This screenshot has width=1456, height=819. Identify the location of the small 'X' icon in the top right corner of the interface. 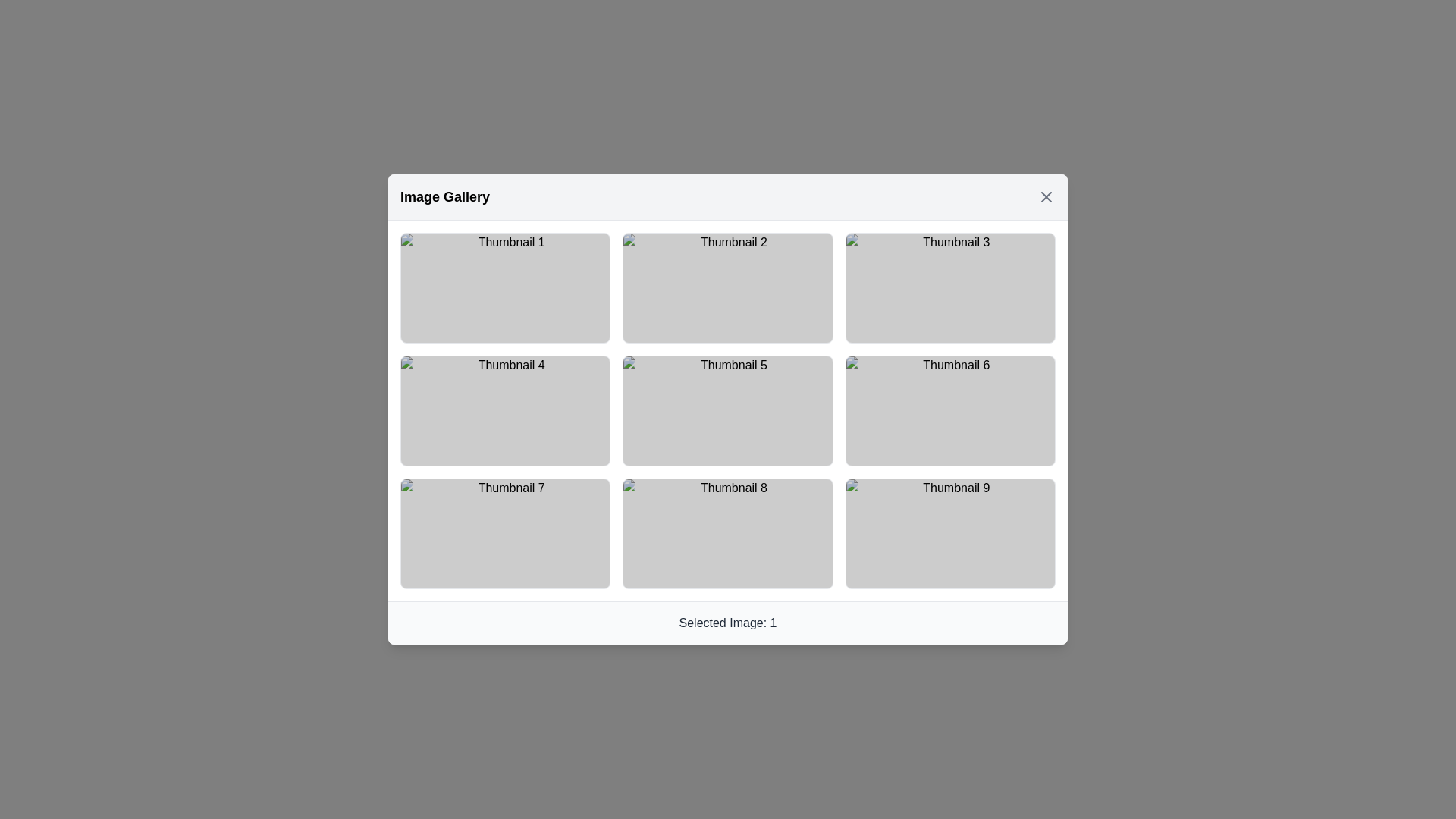
(1046, 196).